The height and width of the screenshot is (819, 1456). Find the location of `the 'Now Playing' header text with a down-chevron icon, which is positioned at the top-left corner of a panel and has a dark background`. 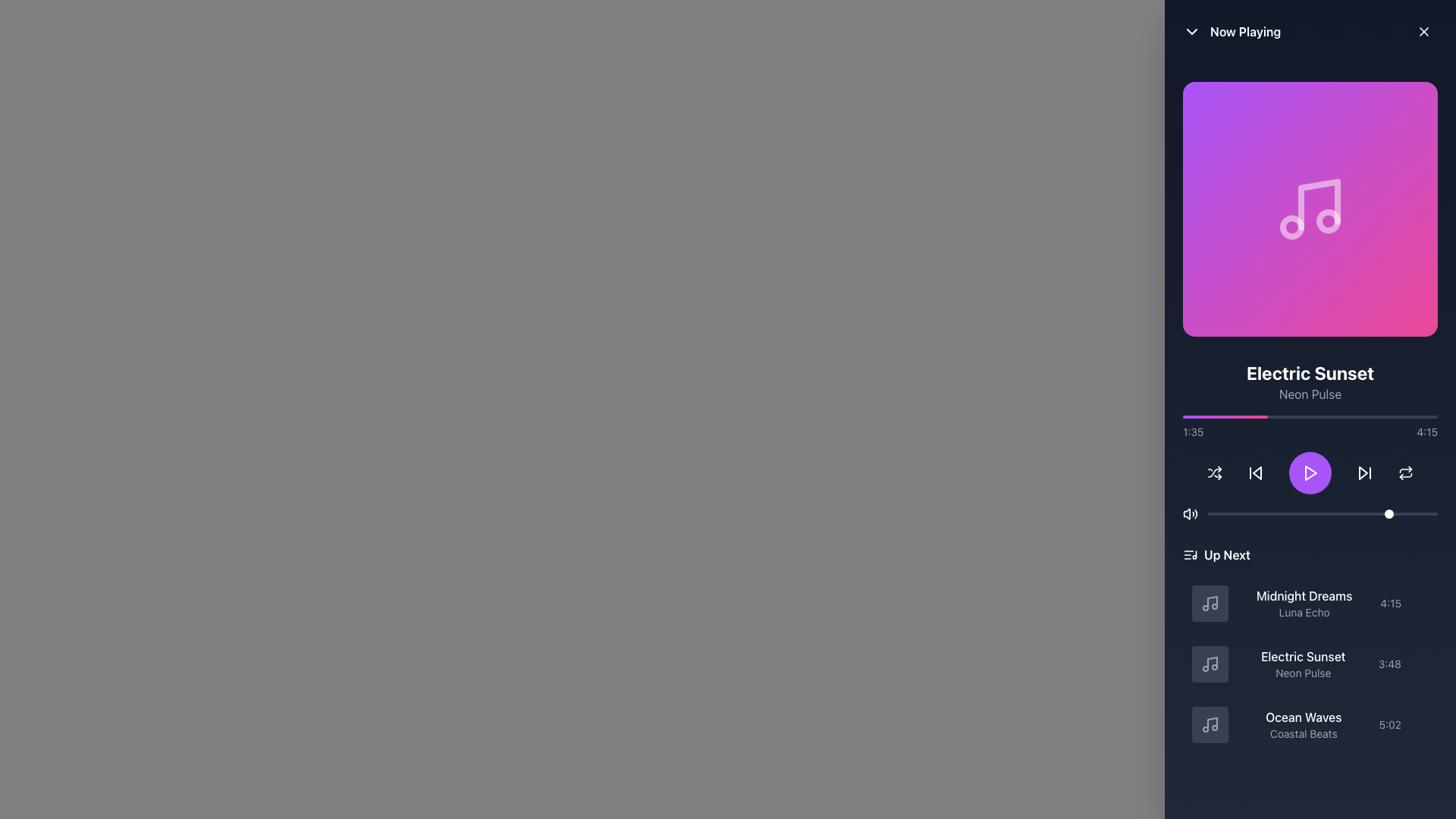

the 'Now Playing' header text with a down-chevron icon, which is positioned at the top-left corner of a panel and has a dark background is located at coordinates (1232, 32).